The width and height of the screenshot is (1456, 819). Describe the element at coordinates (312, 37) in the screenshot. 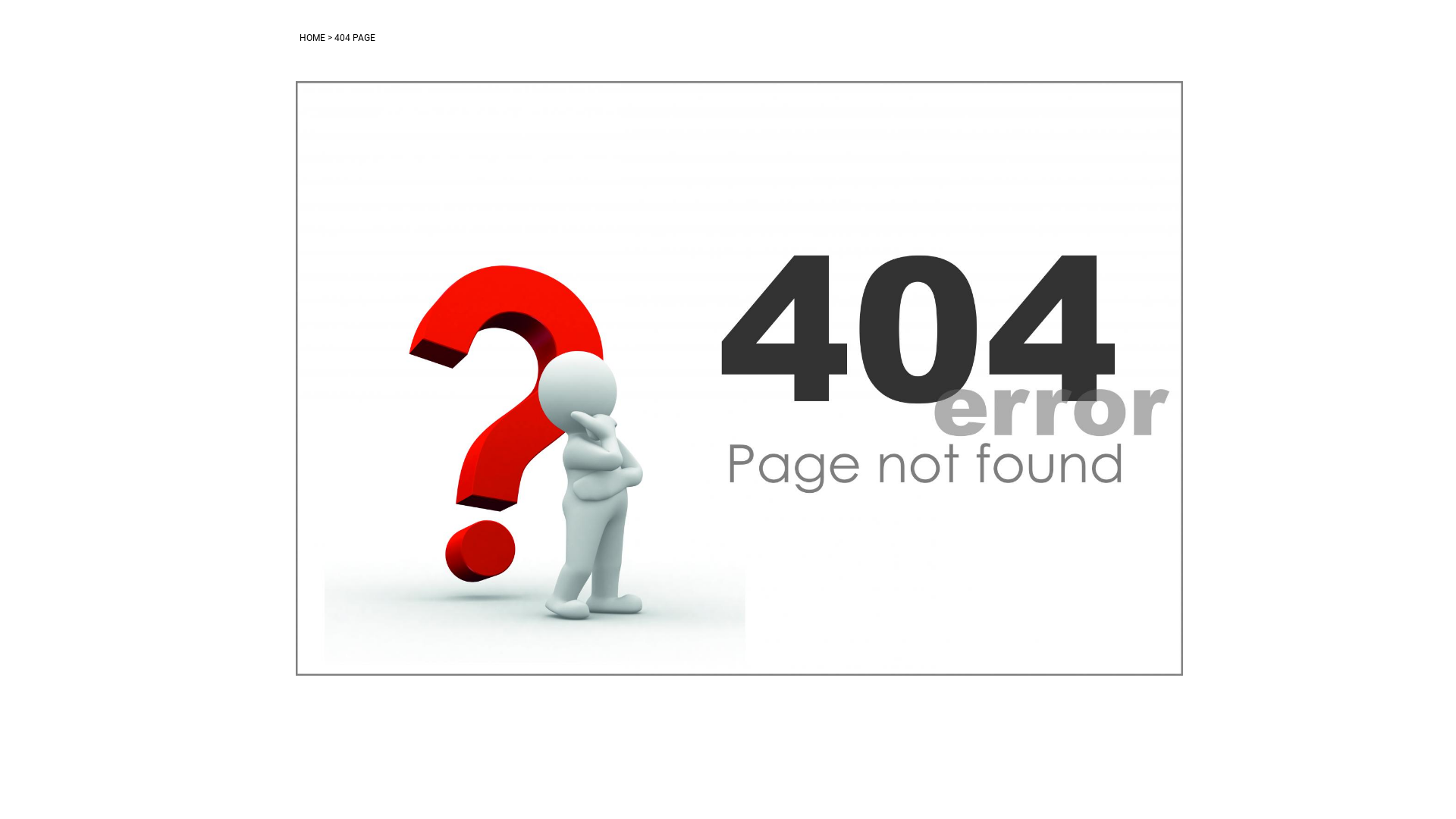

I see `'HOME'` at that location.